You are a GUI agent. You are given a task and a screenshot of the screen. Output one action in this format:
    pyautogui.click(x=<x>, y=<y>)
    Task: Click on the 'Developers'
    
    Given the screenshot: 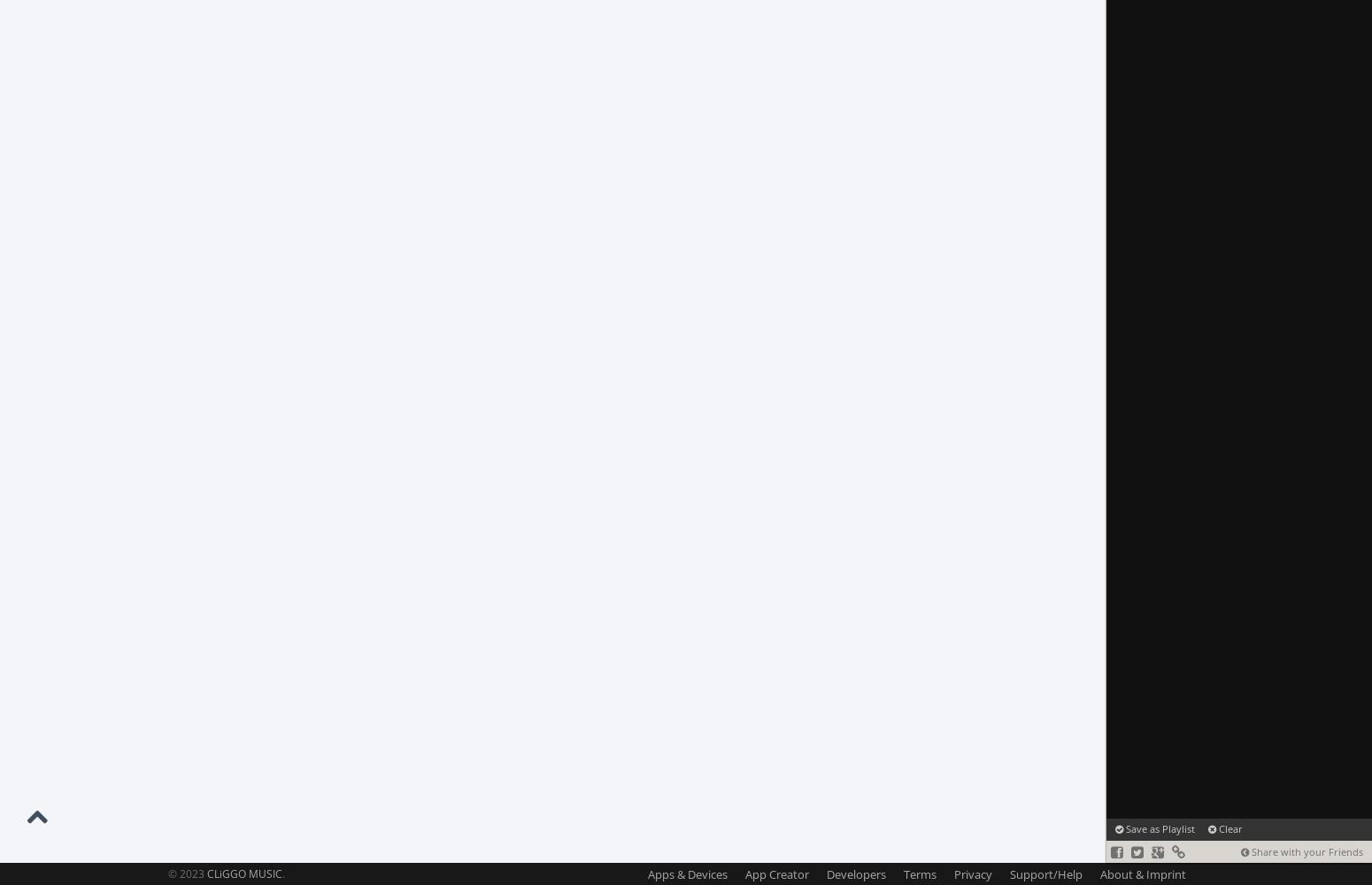 What is the action you would take?
    pyautogui.click(x=855, y=873)
    